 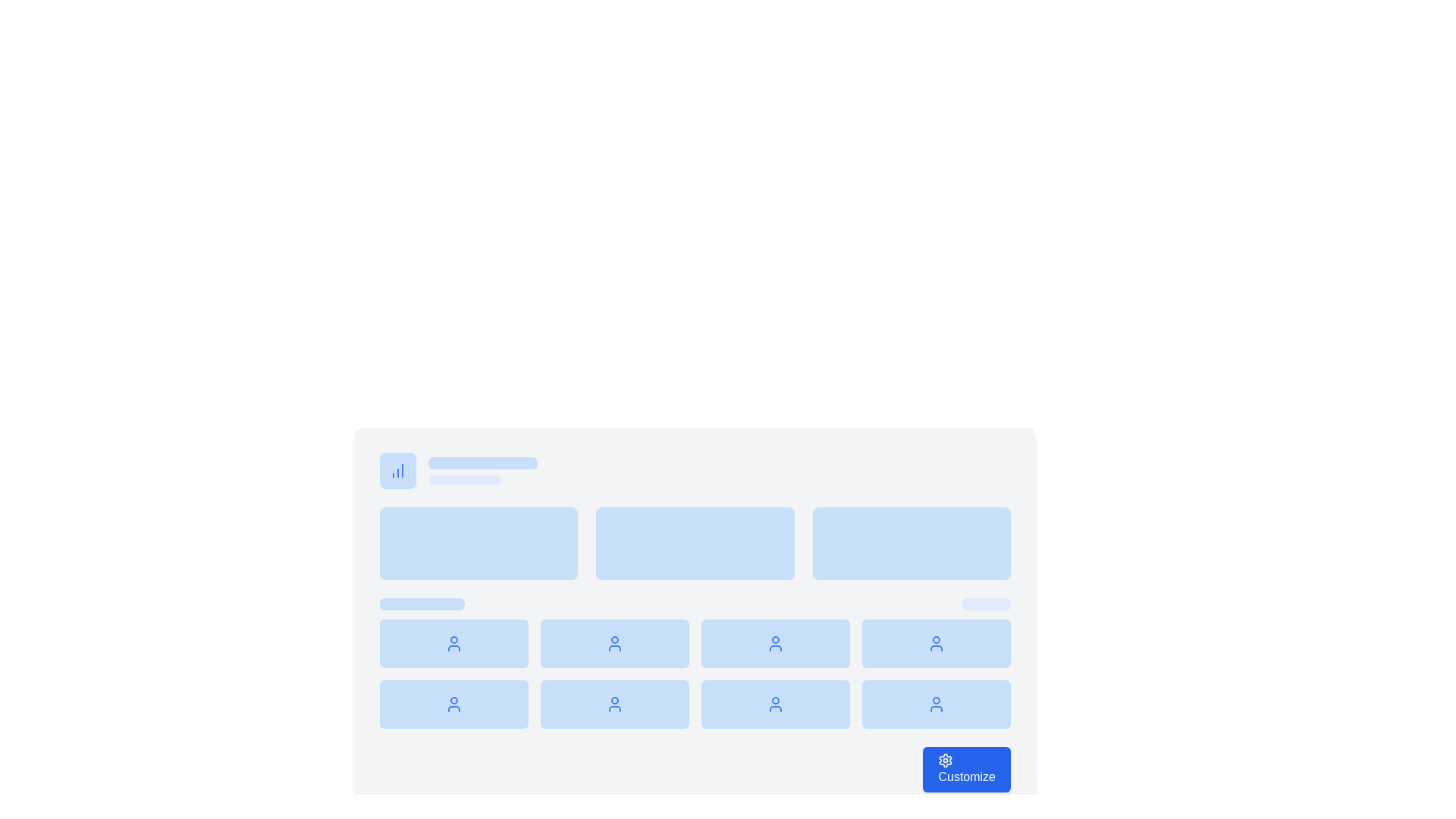 What do you see at coordinates (615, 704) in the screenshot?
I see `the user account icon located in the bottom row of the grid structure` at bounding box center [615, 704].